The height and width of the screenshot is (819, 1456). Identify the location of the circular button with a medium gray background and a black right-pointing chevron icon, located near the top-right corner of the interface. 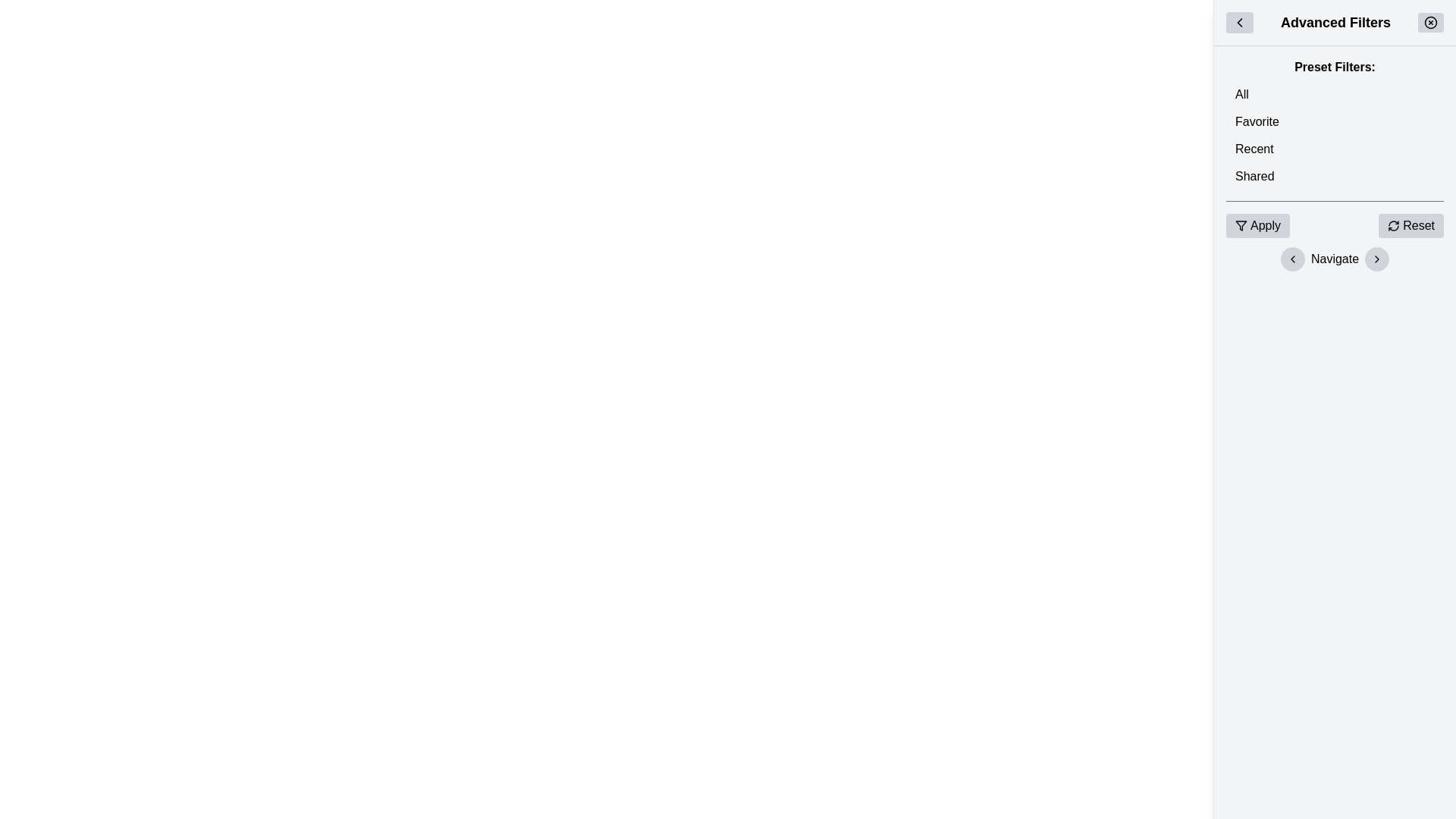
(1377, 259).